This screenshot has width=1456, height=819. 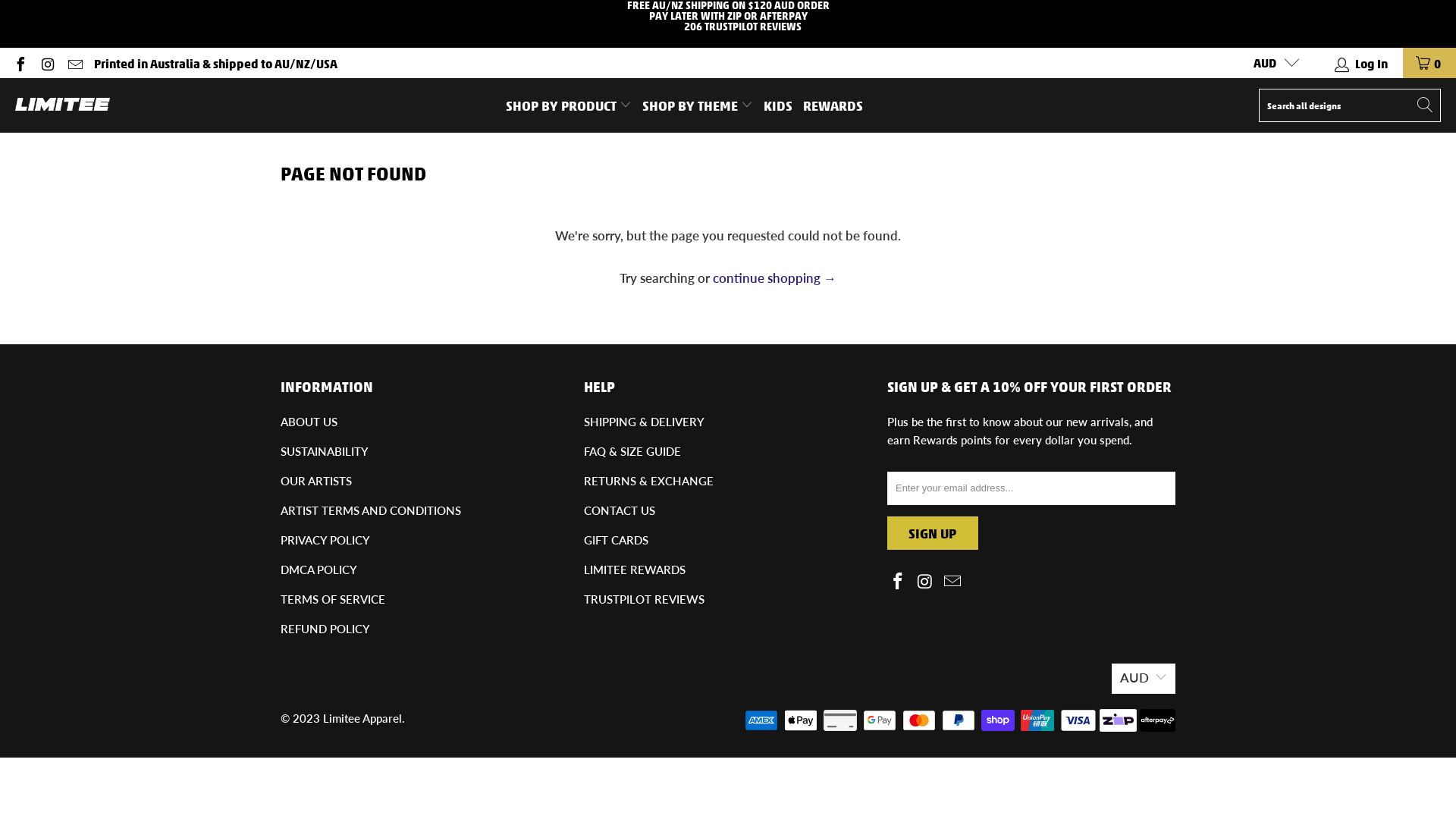 What do you see at coordinates (323, 450) in the screenshot?
I see `'SUSTAINABILITY'` at bounding box center [323, 450].